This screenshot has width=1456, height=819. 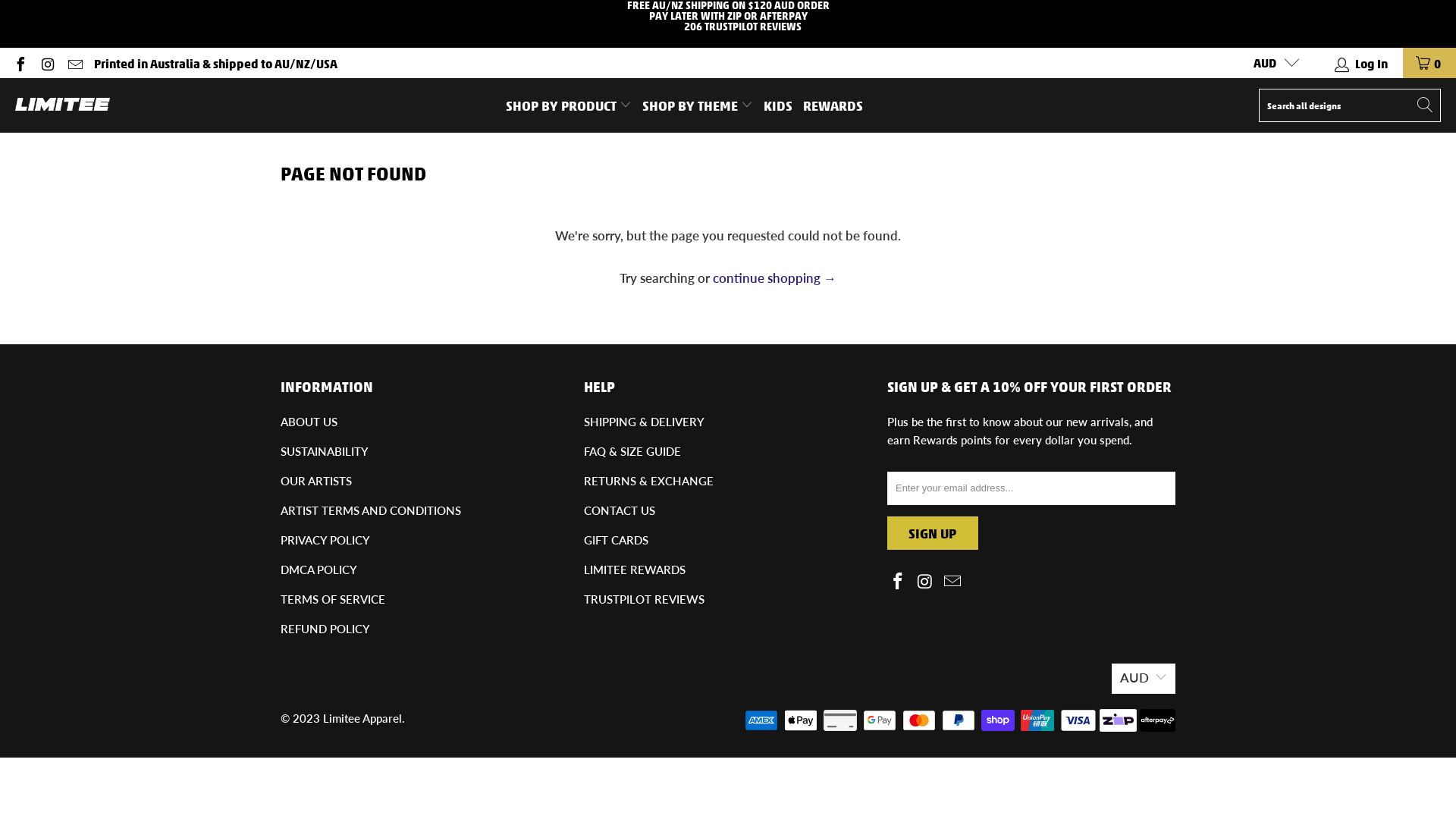 What do you see at coordinates (323, 450) in the screenshot?
I see `'SUSTAINABILITY'` at bounding box center [323, 450].